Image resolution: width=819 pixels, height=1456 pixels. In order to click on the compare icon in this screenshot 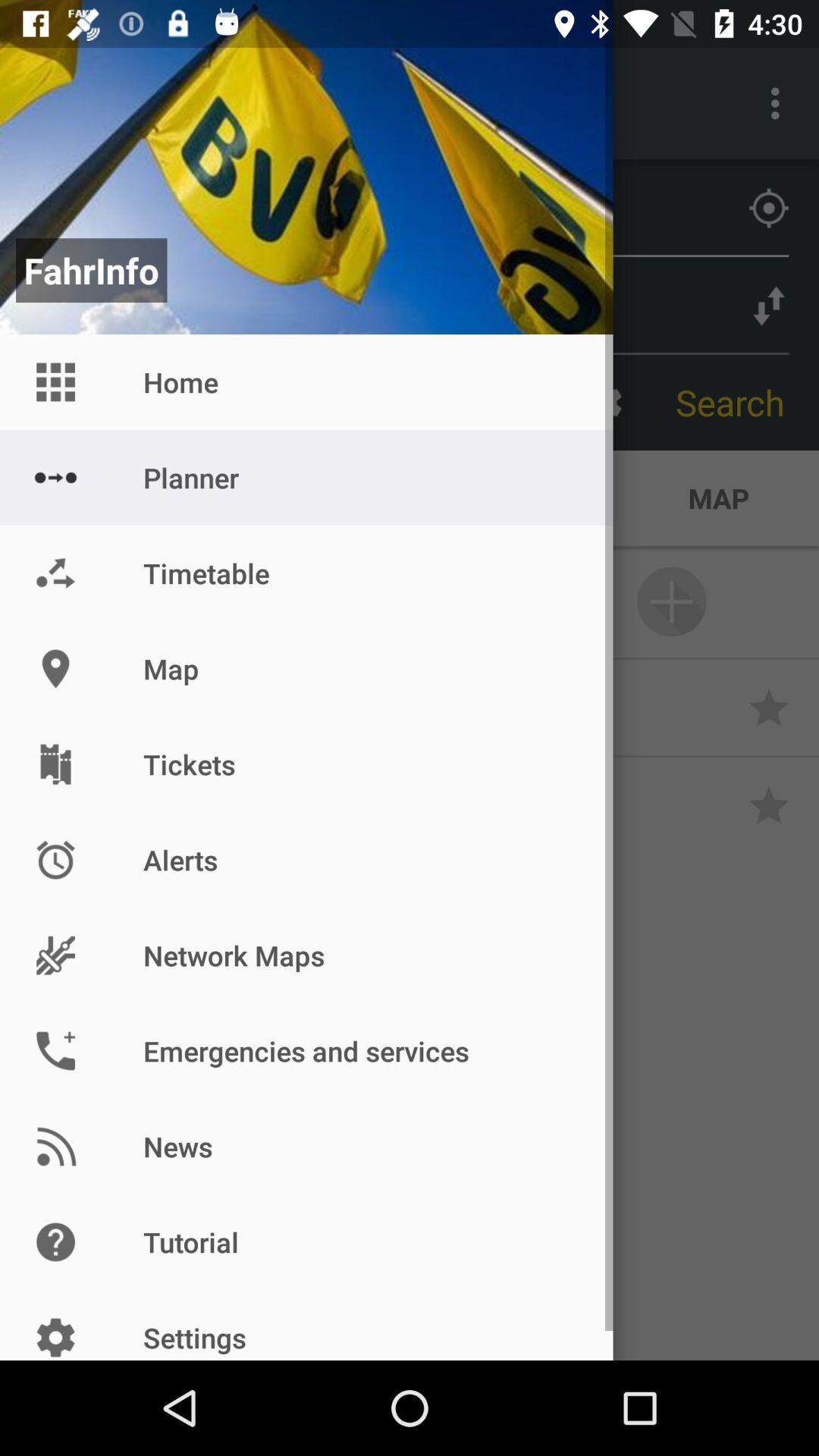, I will do `click(769, 305)`.